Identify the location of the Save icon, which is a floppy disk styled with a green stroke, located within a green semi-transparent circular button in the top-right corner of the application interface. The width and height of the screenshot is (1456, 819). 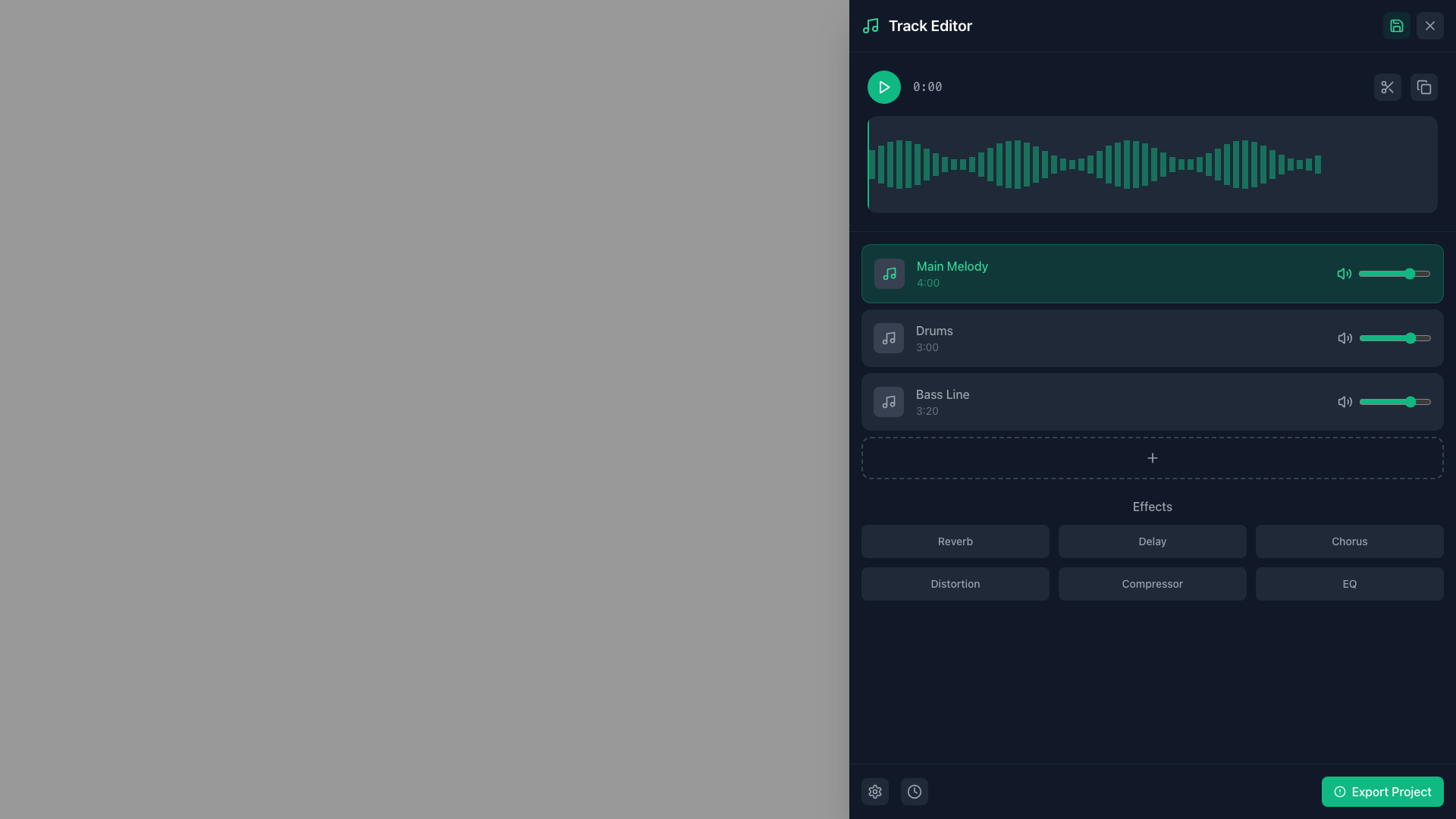
(1396, 26).